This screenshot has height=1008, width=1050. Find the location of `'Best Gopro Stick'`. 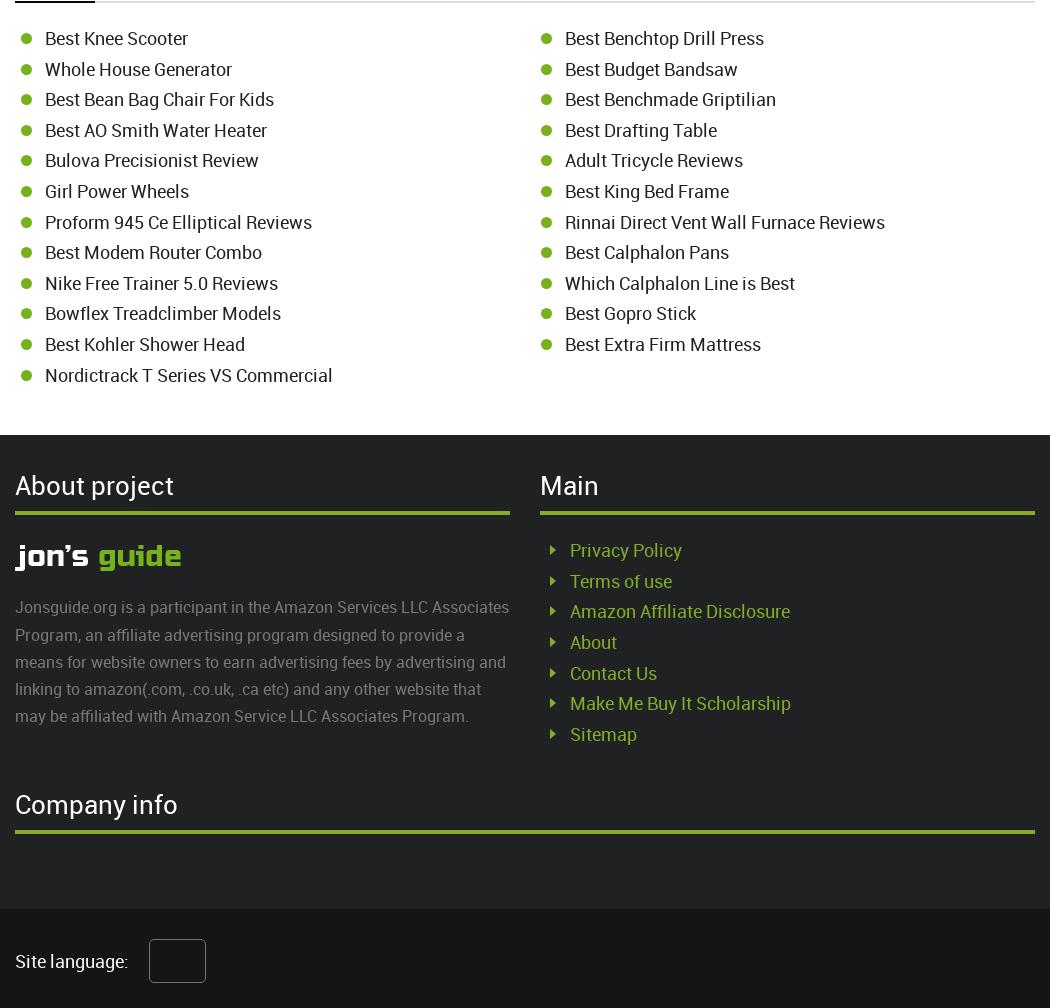

'Best Gopro Stick' is located at coordinates (564, 312).